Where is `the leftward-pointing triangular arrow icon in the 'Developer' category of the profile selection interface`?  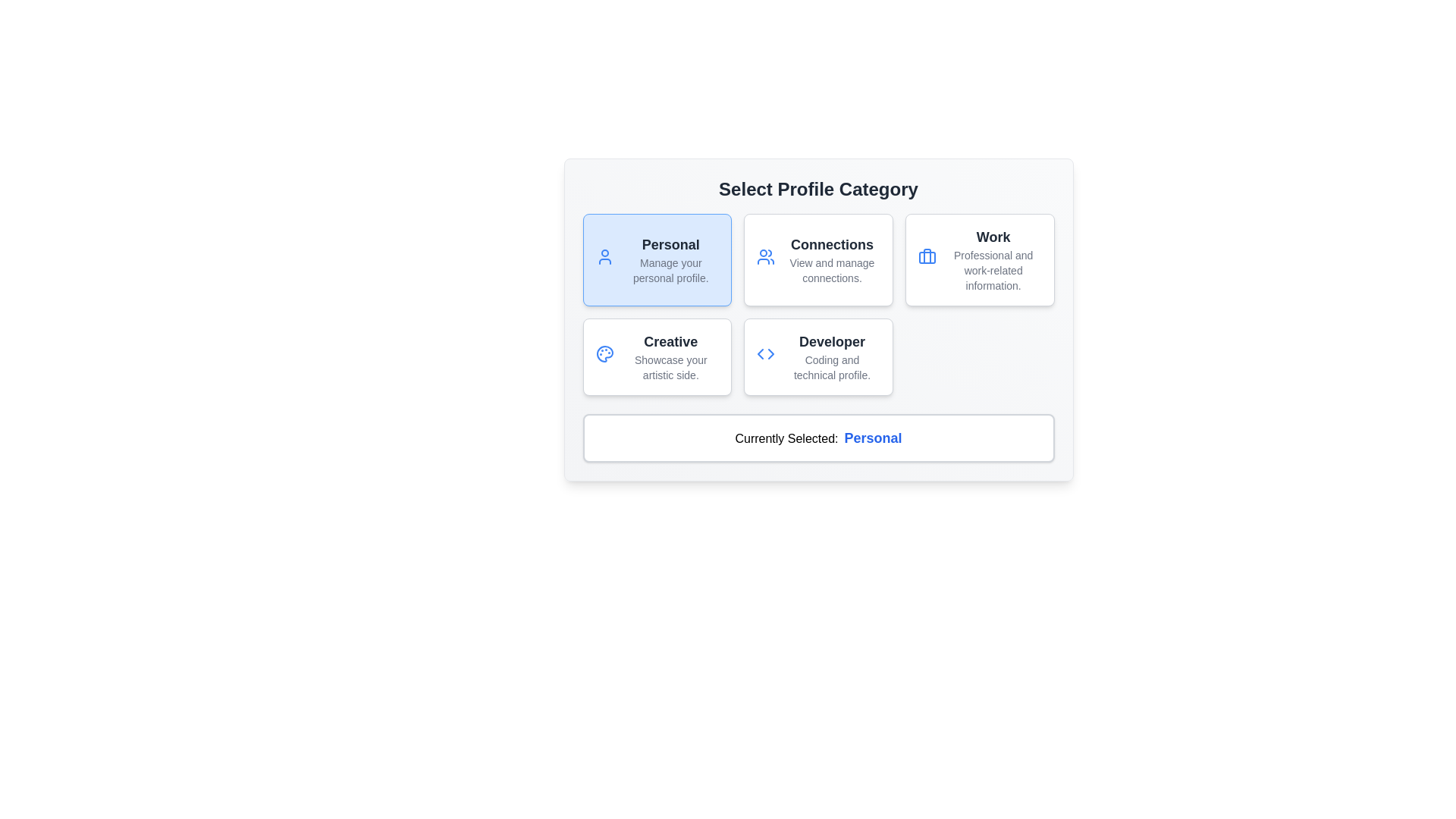 the leftward-pointing triangular arrow icon in the 'Developer' category of the profile selection interface is located at coordinates (761, 353).